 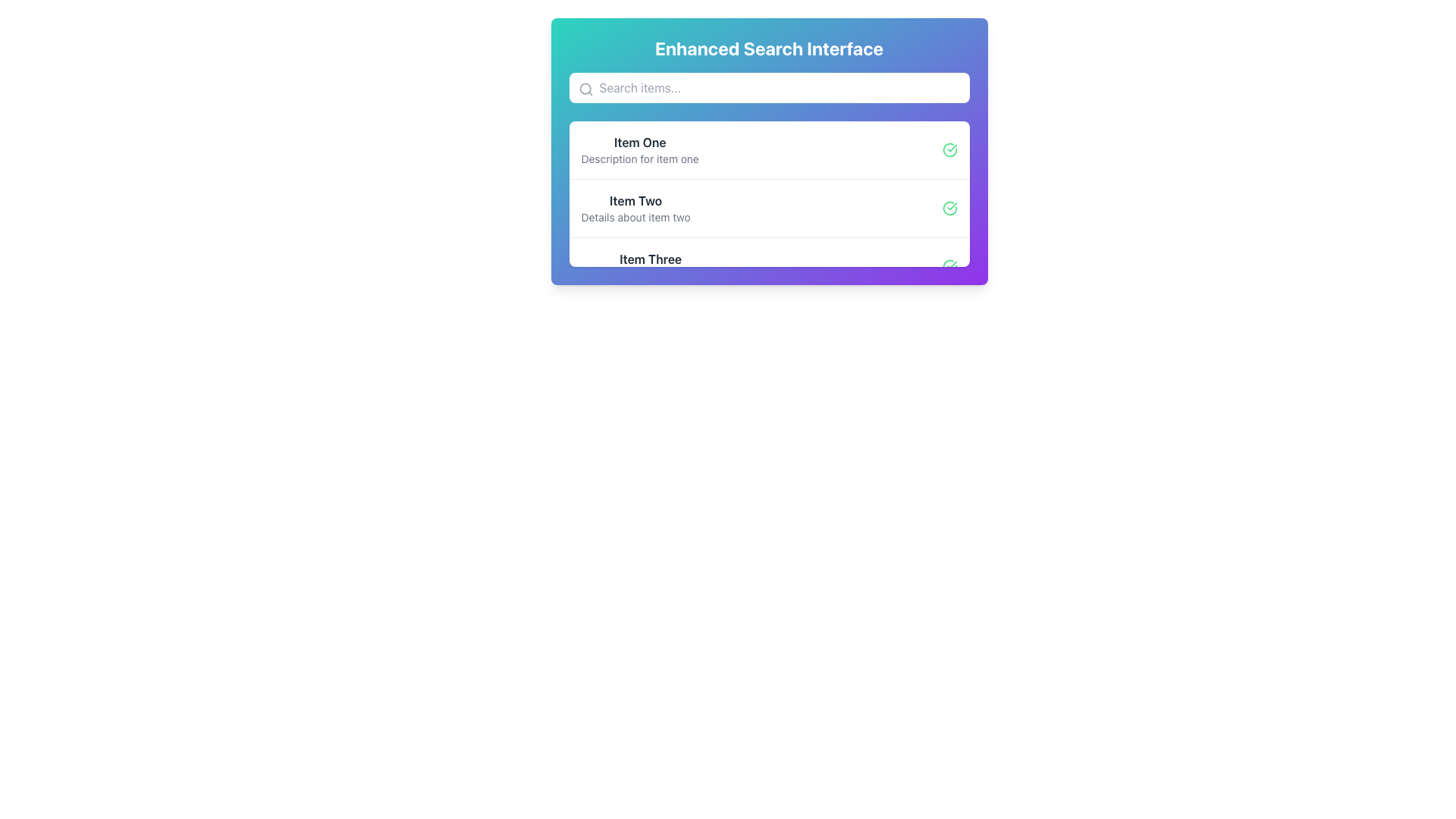 What do you see at coordinates (640, 158) in the screenshot?
I see `the text label that reads 'Description for item one', which is styled in a smaller gray font and located directly below the bold 'Item One' label in the first entry of the item list` at bounding box center [640, 158].